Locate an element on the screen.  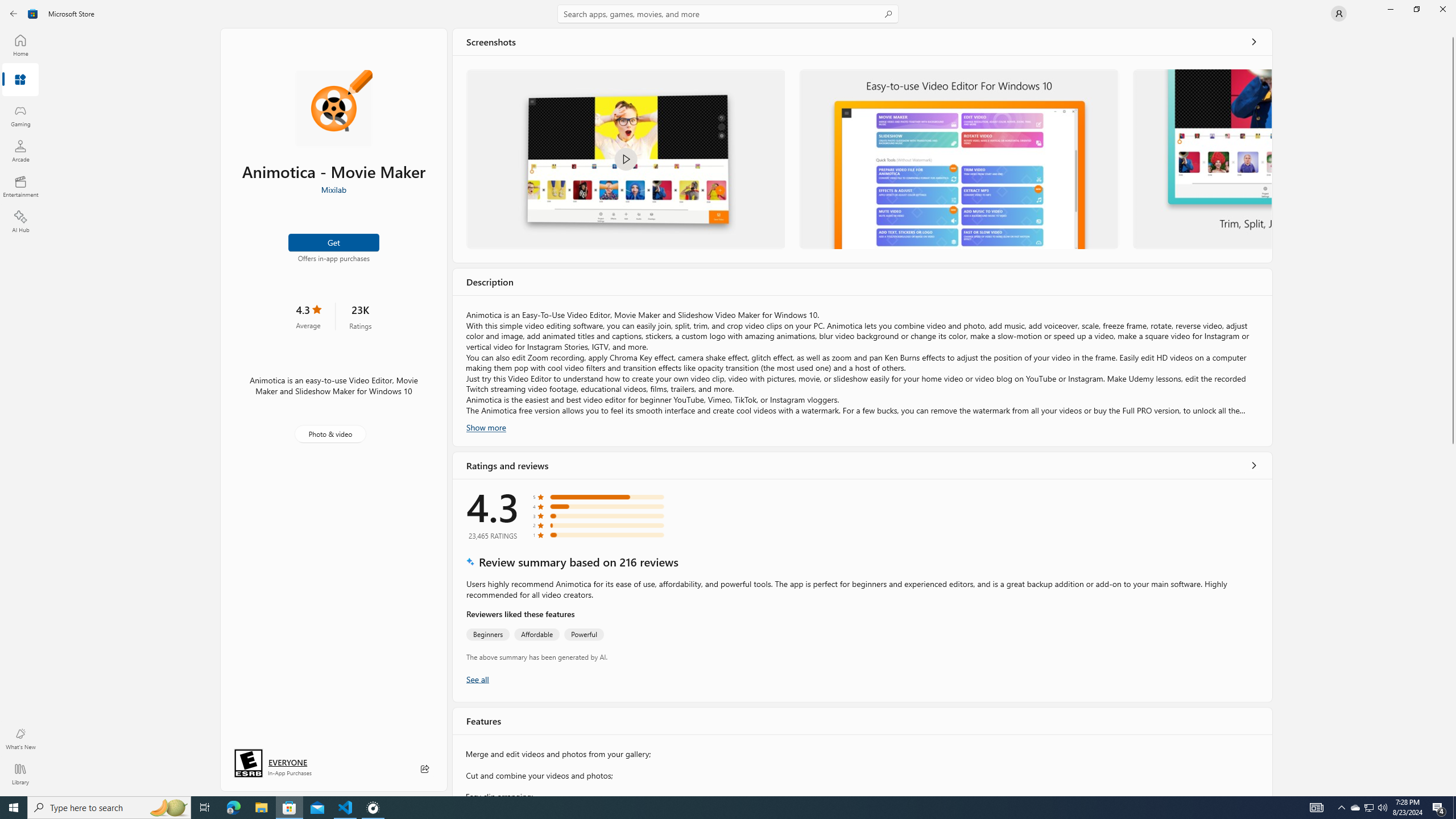
'Mixilab' is located at coordinates (333, 189).